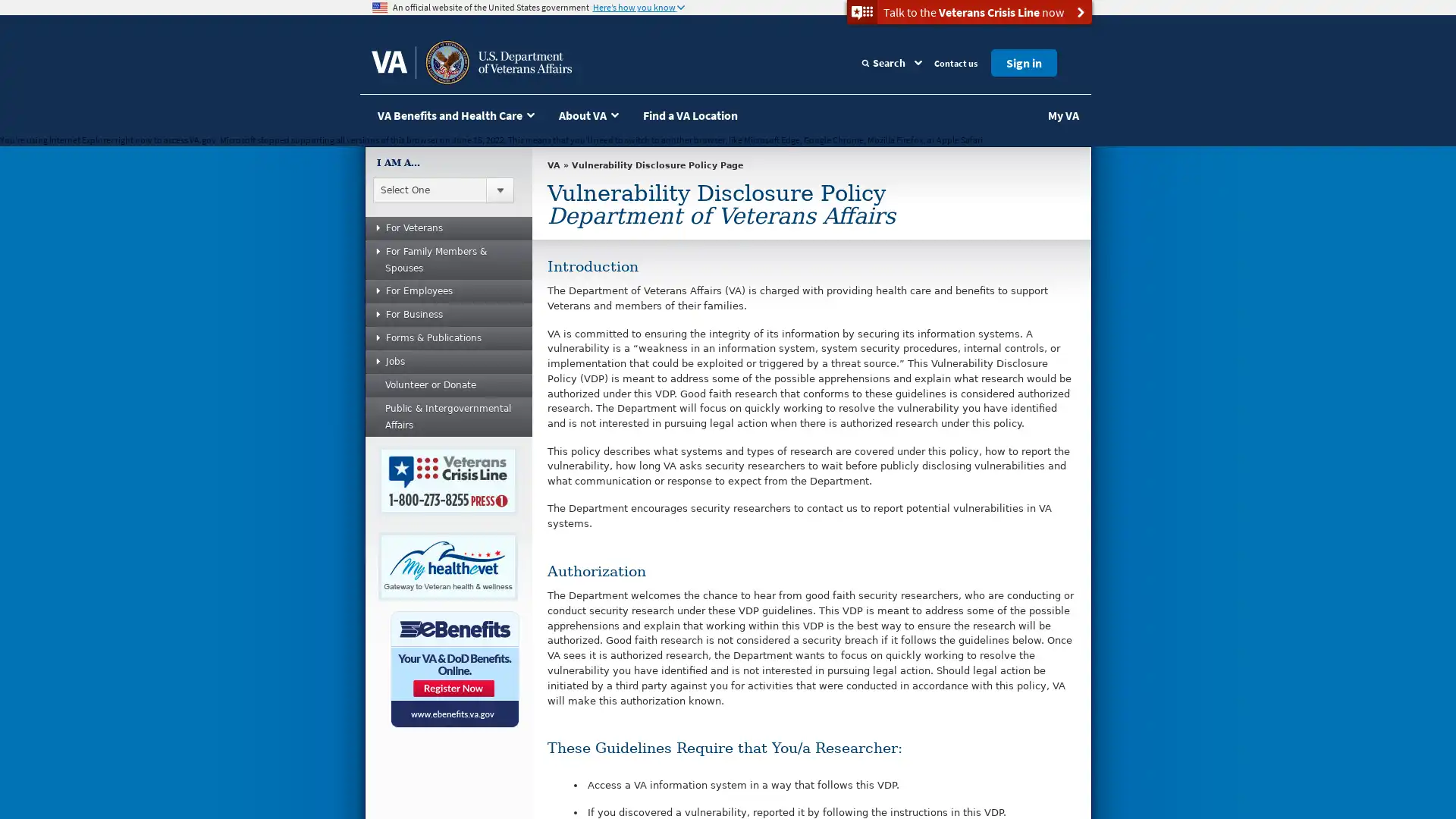  Describe the element at coordinates (1024, 62) in the screenshot. I see `Sign in` at that location.